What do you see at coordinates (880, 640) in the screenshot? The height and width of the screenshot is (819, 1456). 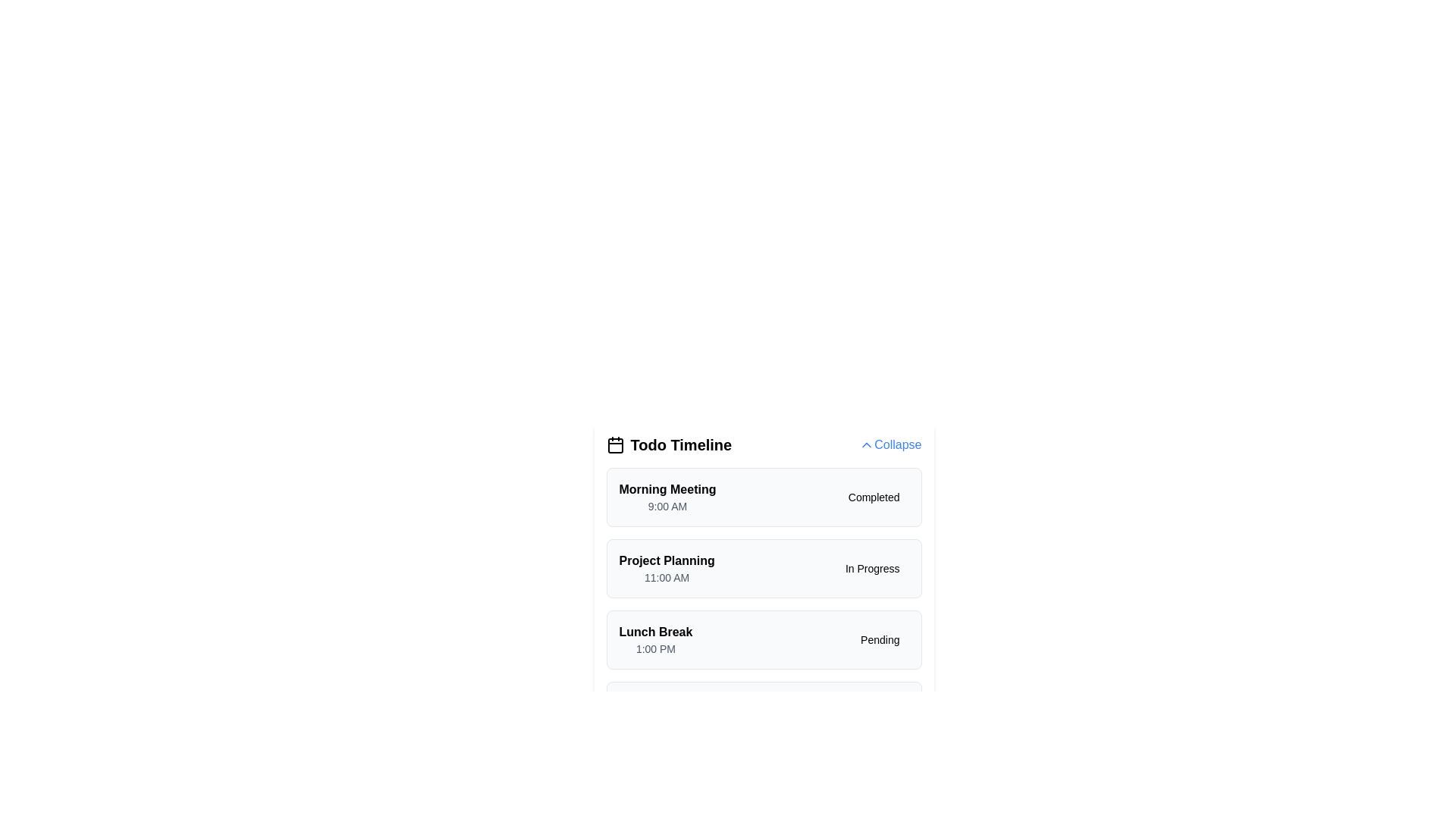 I see `status text from the label indicating the current status of the task in the third item labeled 'Lunch Break 1:00 PM' in the 'Todo Timeline'` at bounding box center [880, 640].